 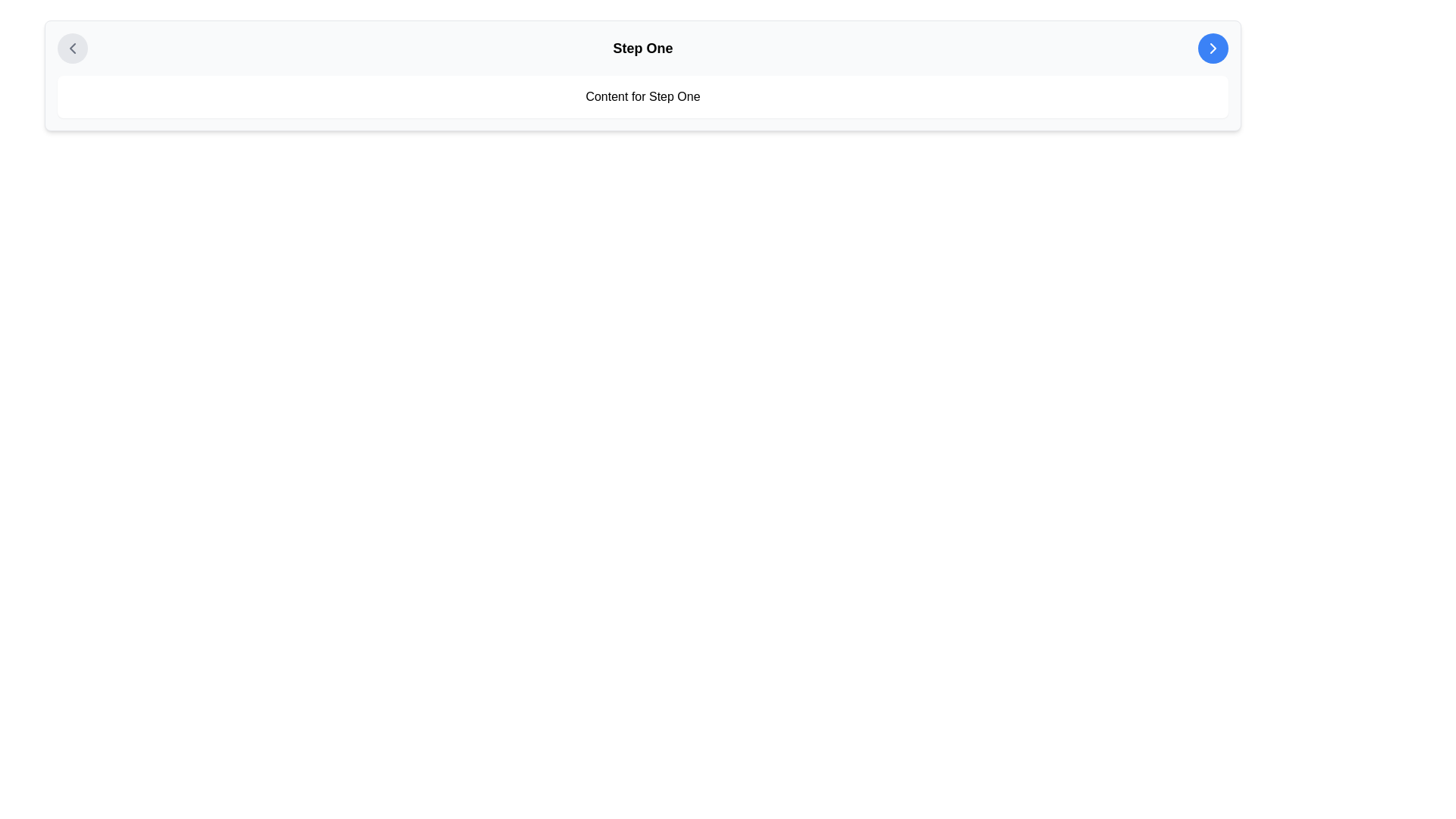 I want to click on the circular navigation icon located at the top left corner of the header section, which serves the purpose of going back to a previous page, so click(x=72, y=48).